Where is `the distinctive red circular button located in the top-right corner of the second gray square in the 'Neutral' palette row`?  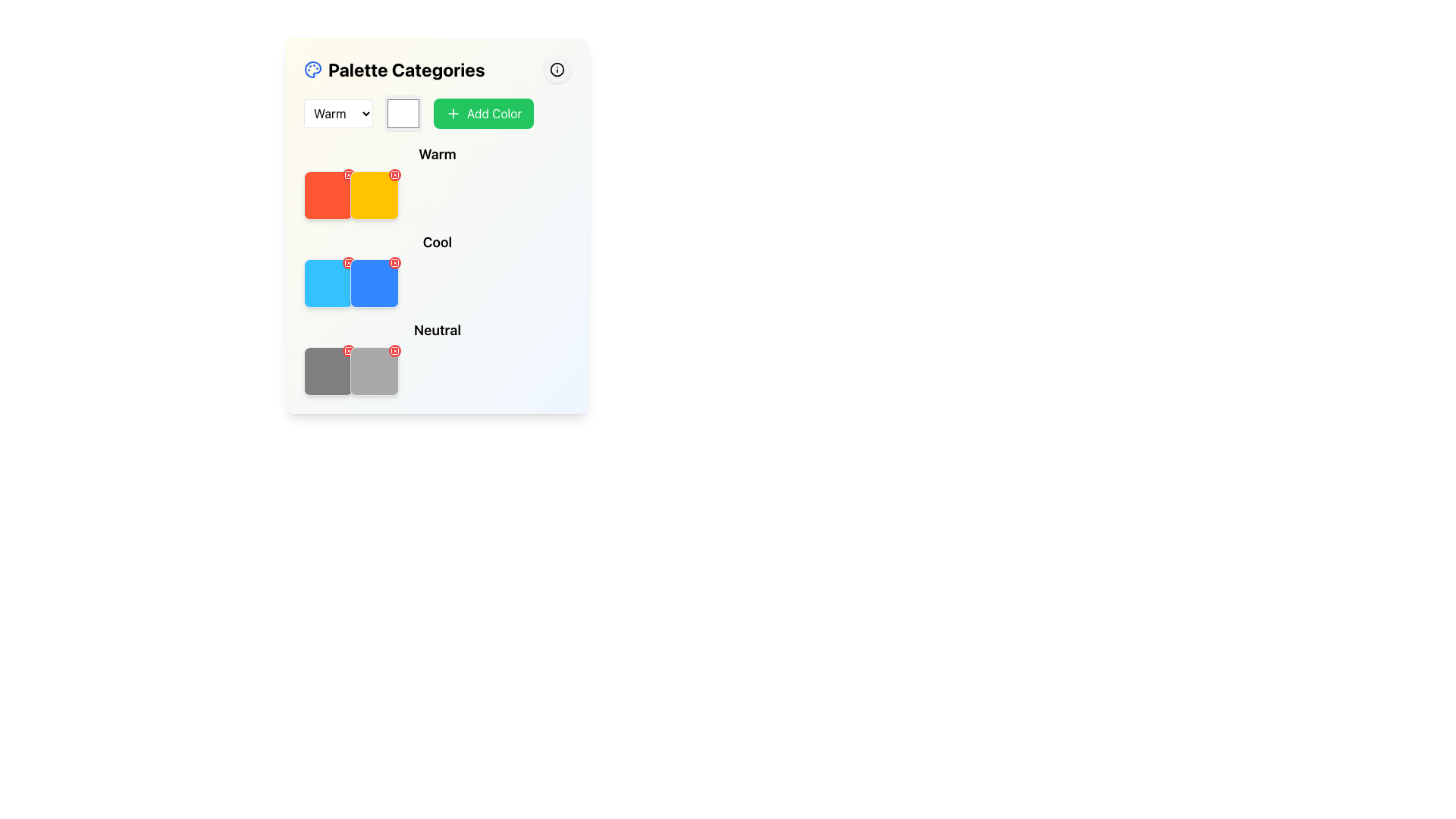 the distinctive red circular button located in the top-right corner of the second gray square in the 'Neutral' palette row is located at coordinates (348, 350).